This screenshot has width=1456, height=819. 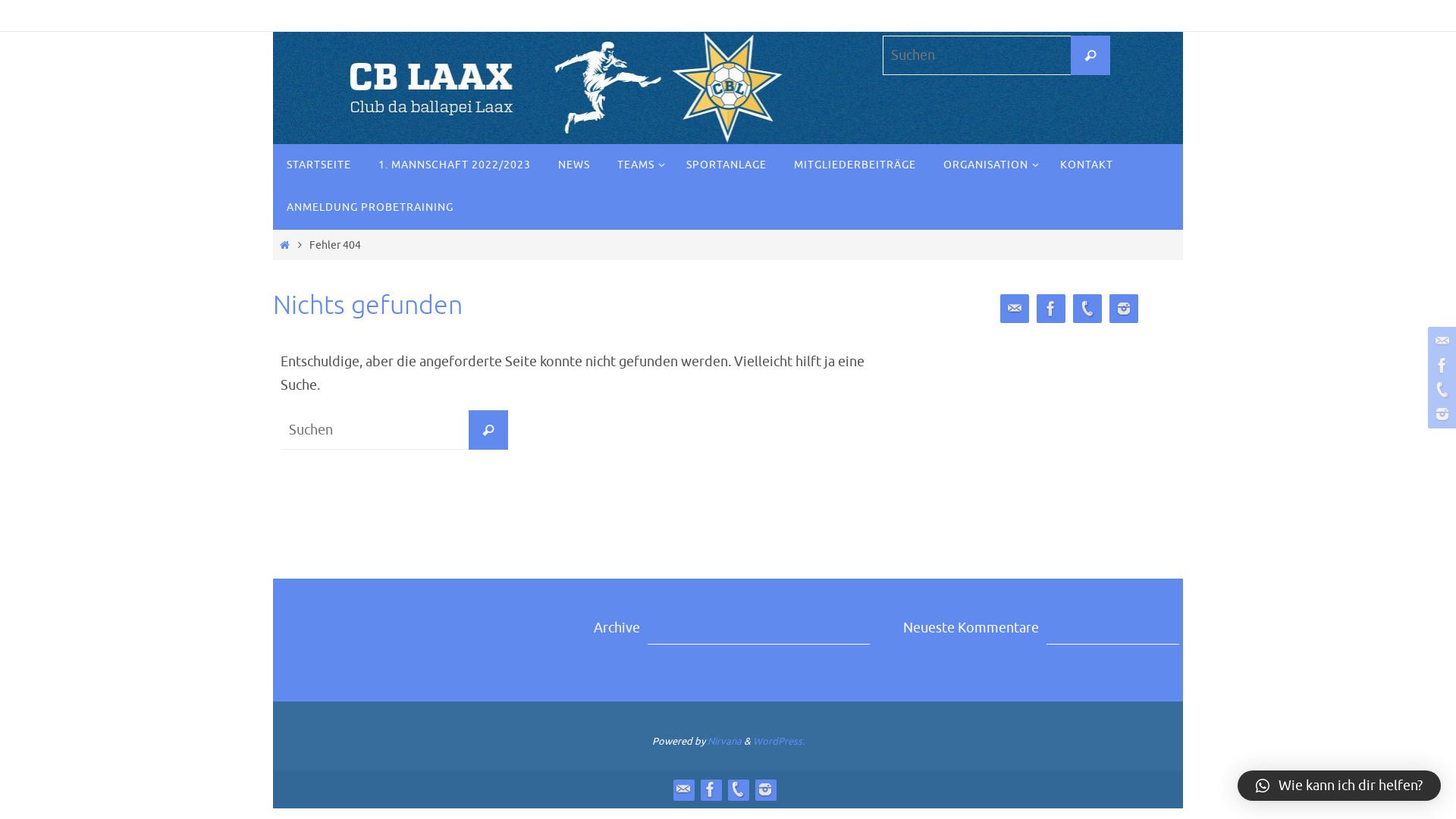 I want to click on 'Contact', so click(x=682, y=789).